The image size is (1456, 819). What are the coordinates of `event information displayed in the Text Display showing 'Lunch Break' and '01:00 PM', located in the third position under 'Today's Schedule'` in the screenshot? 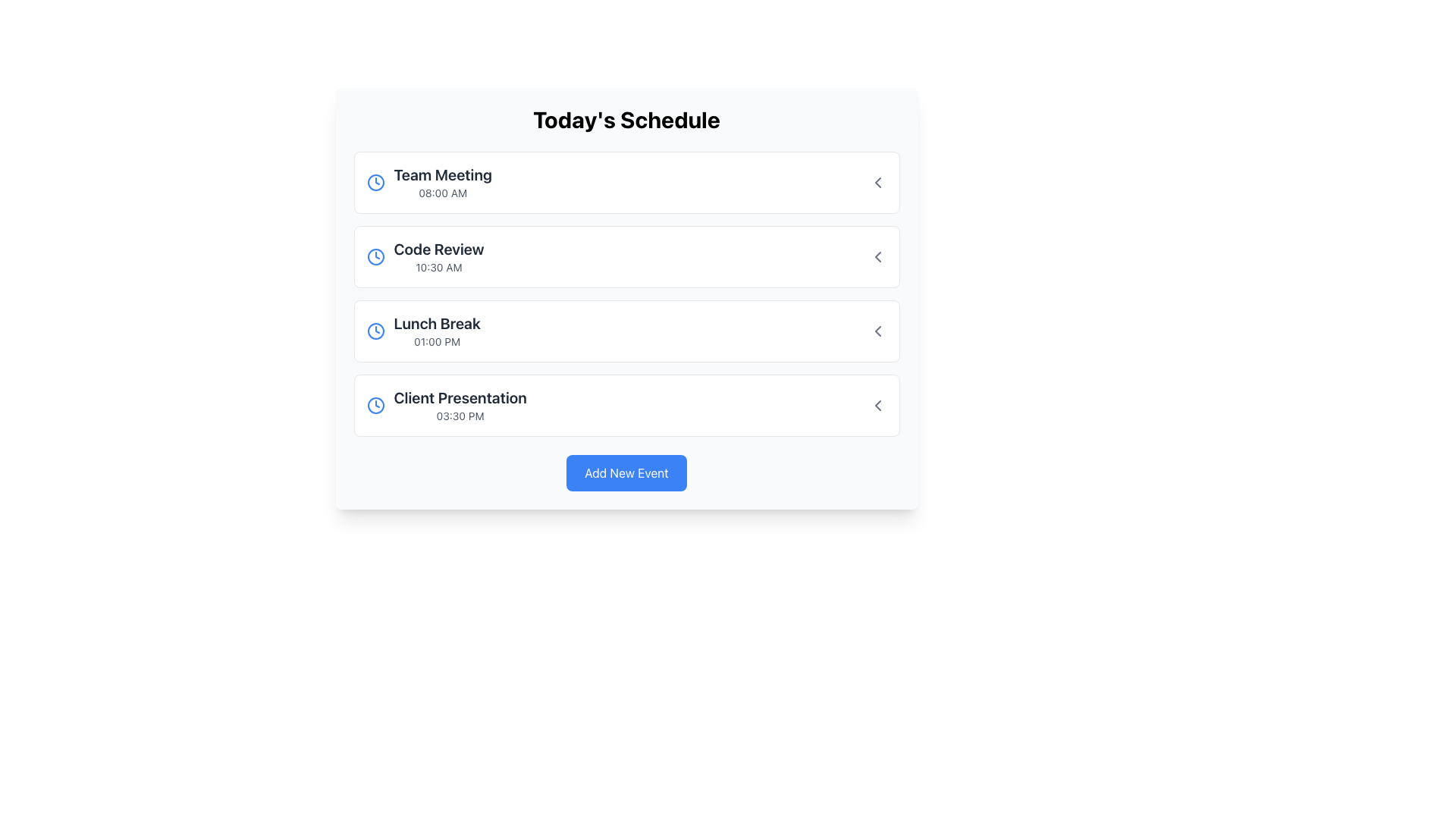 It's located at (423, 330).